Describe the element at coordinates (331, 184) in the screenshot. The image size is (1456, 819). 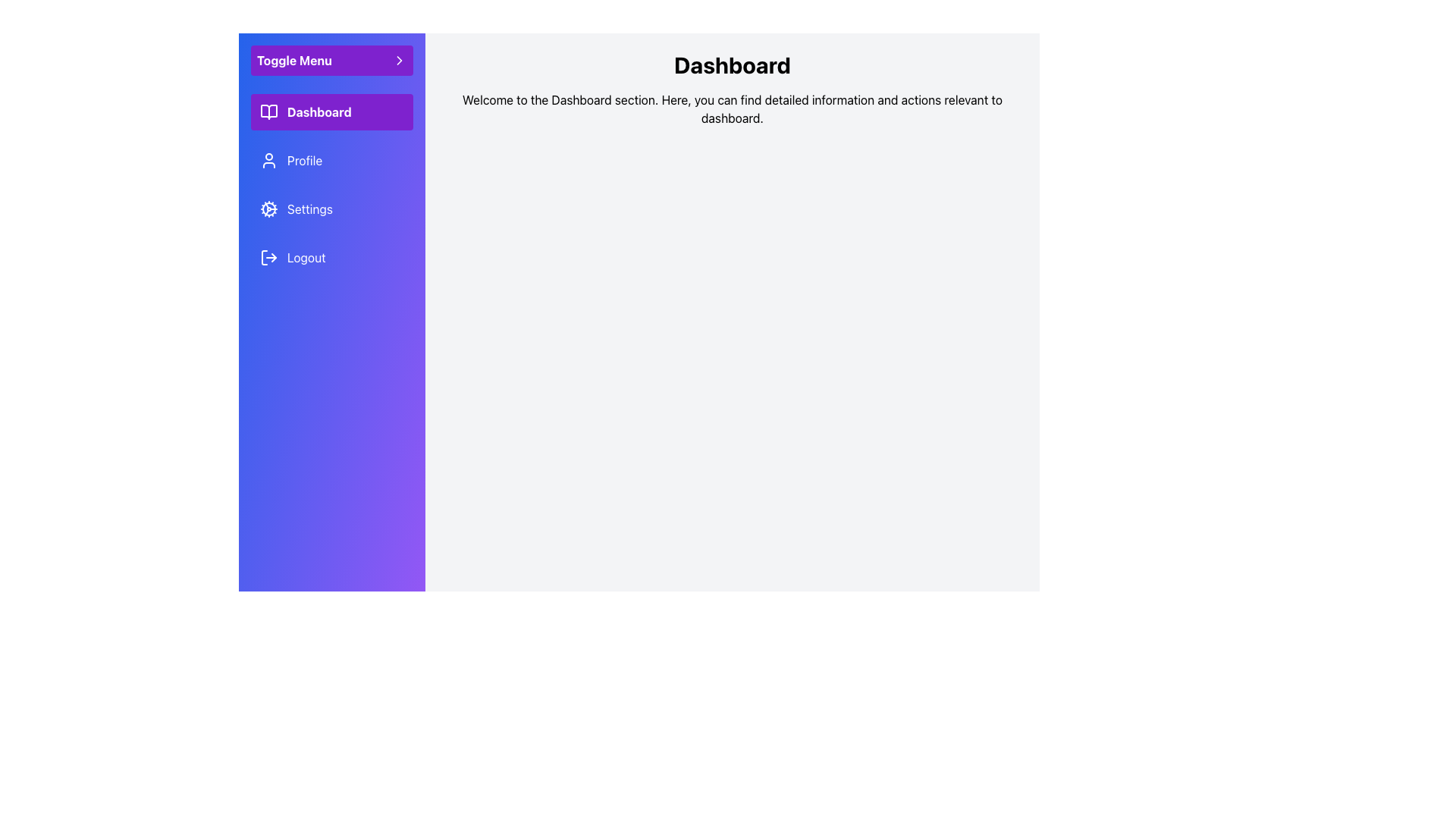
I see `the Navigation Menu located centrally within the left sidebar, below the 'Toggle Menu' item and above the main interface area` at that location.